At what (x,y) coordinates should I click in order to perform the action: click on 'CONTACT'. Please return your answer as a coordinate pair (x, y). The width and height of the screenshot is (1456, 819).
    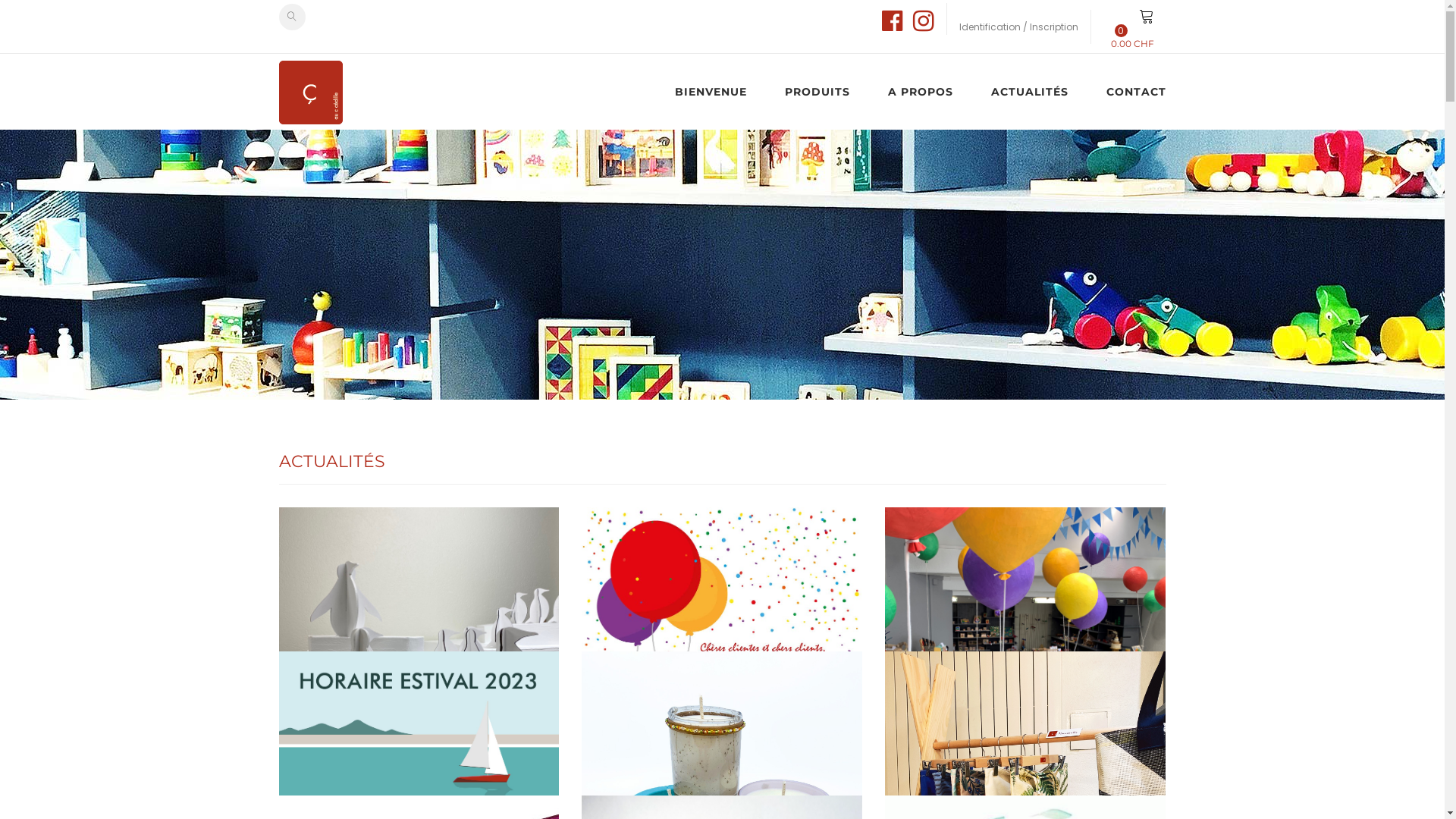
    Looking at the image, I should click on (1127, 91).